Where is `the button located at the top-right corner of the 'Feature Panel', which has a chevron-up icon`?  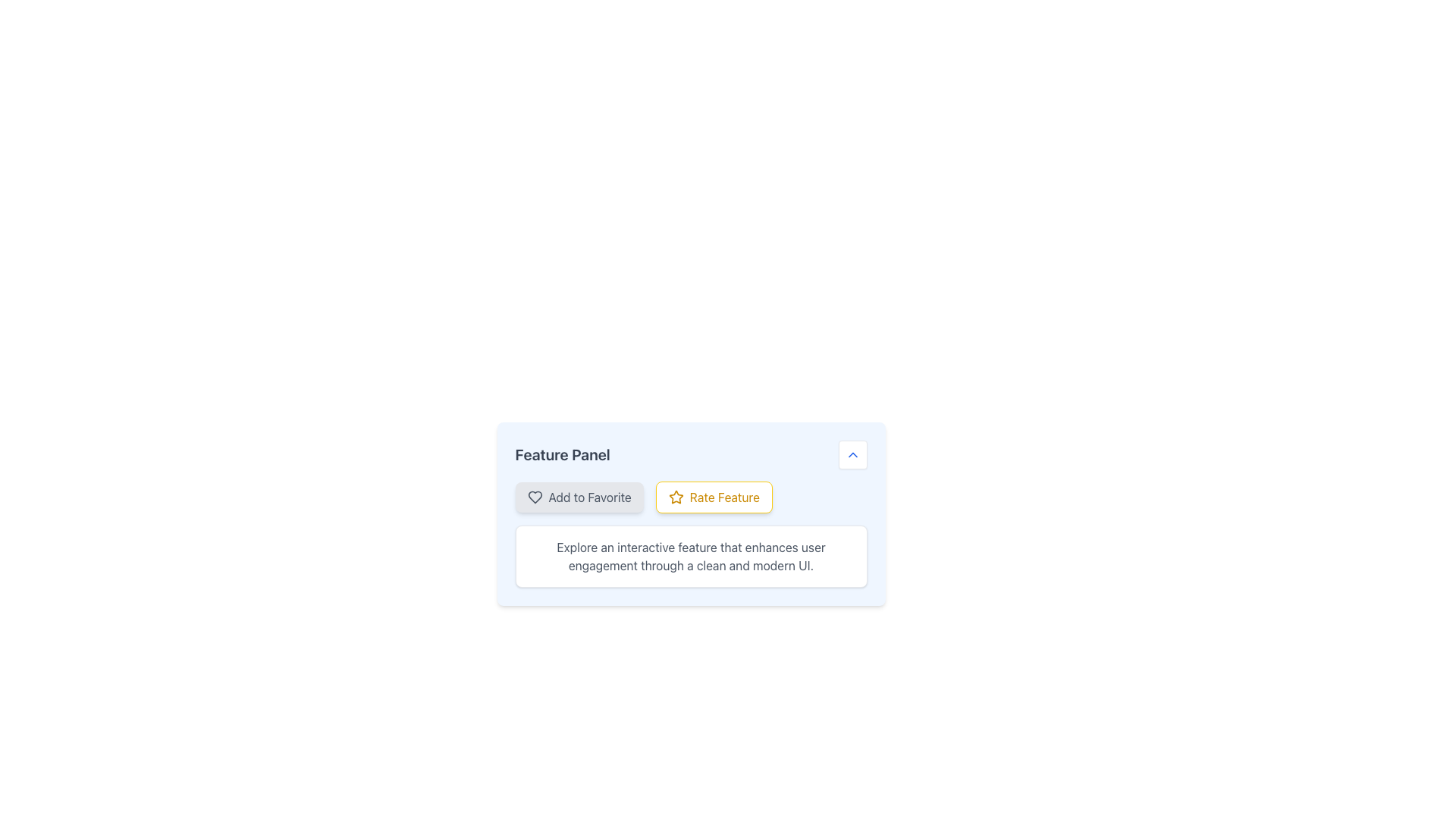
the button located at the top-right corner of the 'Feature Panel', which has a chevron-up icon is located at coordinates (852, 454).